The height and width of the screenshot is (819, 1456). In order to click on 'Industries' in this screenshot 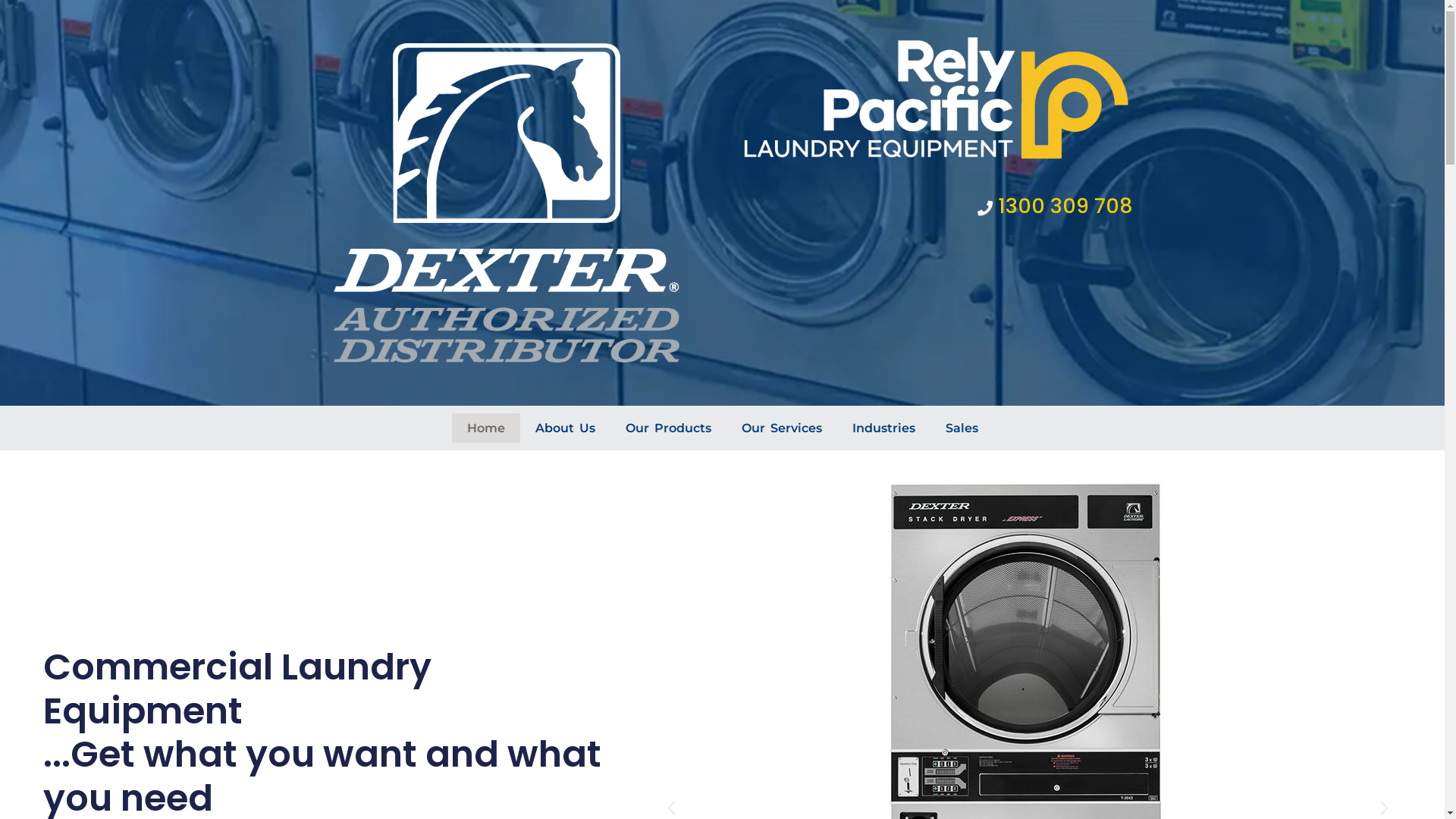, I will do `click(883, 428)`.